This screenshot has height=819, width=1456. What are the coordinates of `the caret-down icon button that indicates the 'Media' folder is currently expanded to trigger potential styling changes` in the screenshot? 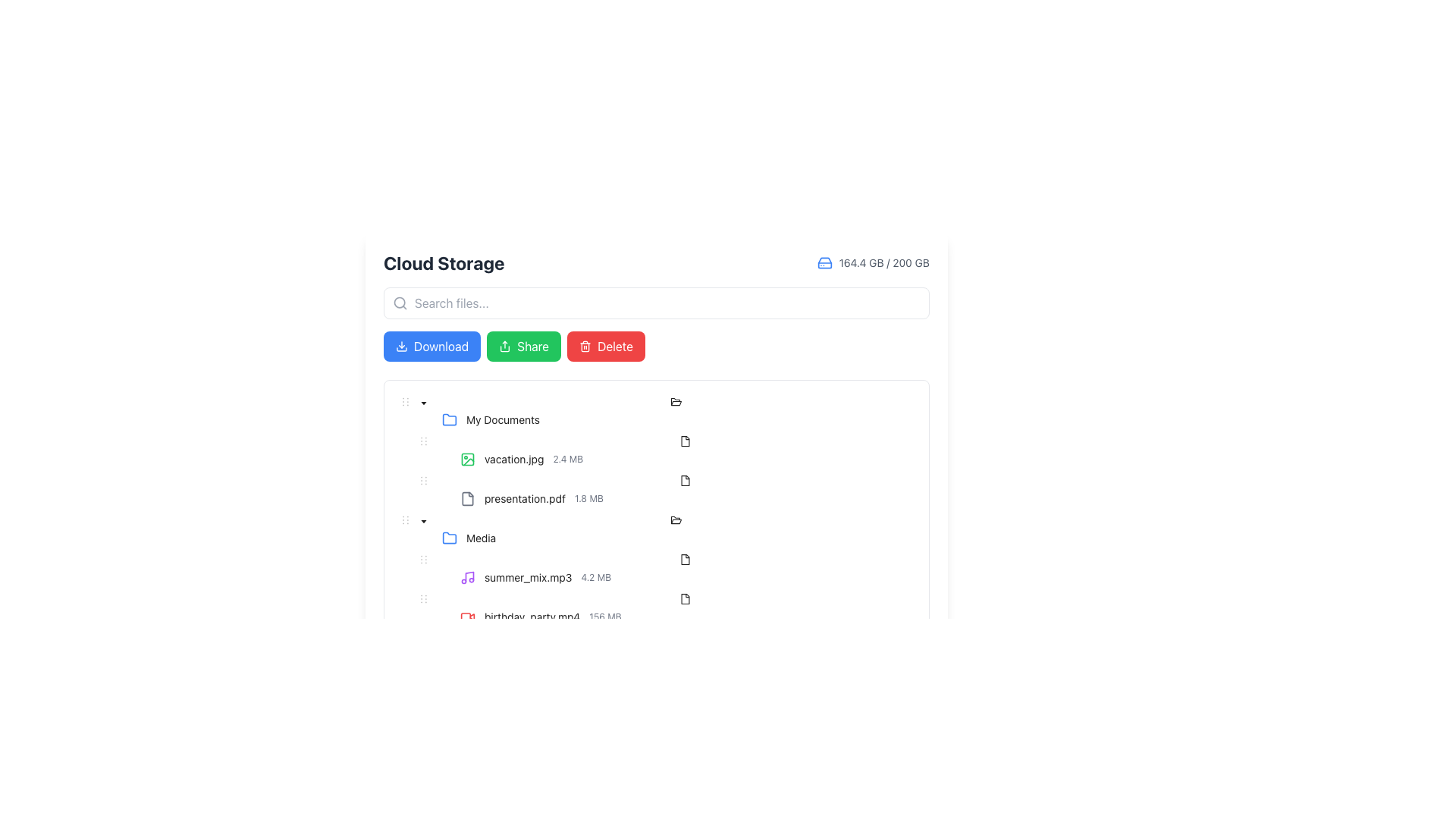 It's located at (423, 403).